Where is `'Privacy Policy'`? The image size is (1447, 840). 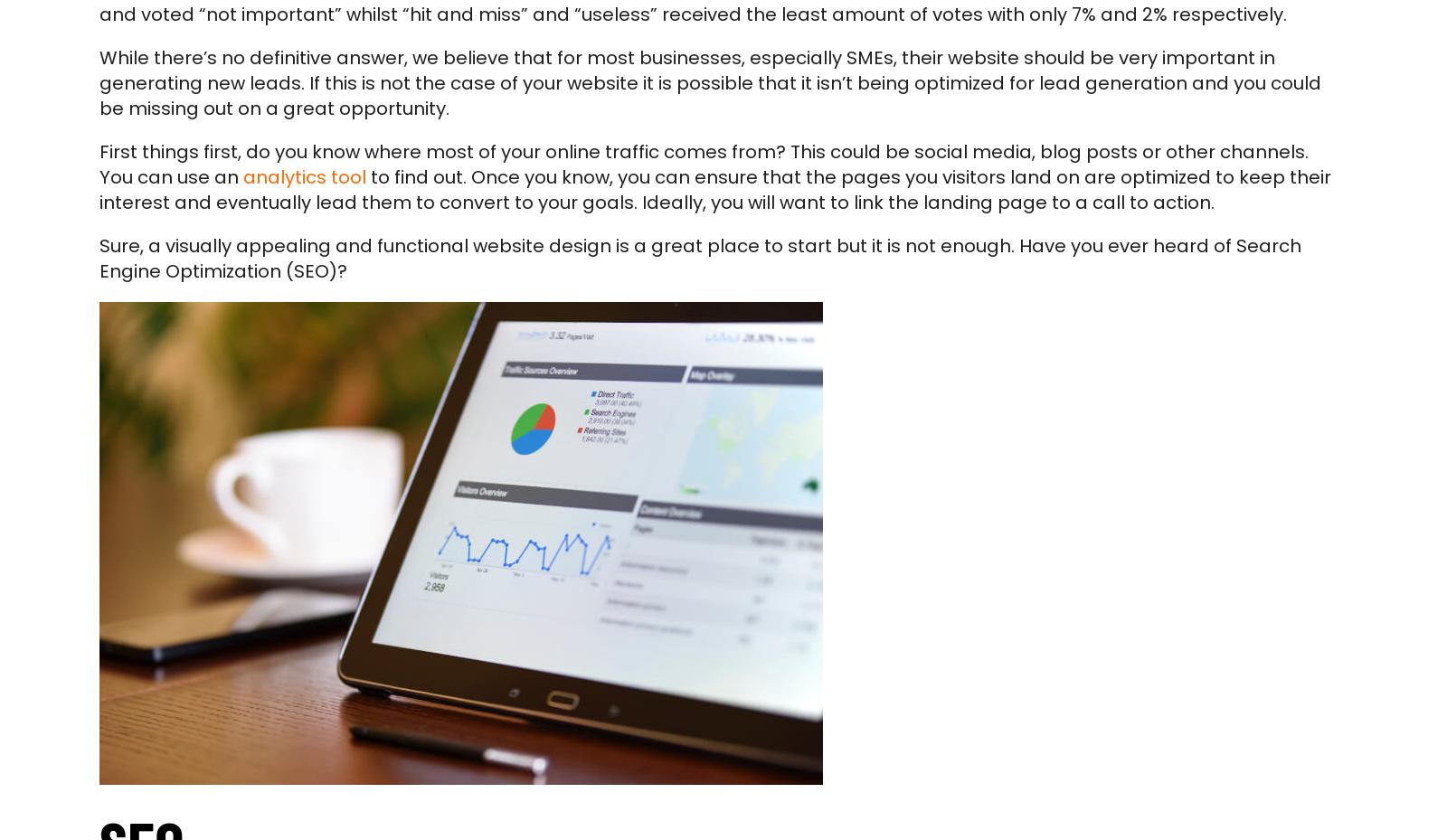 'Privacy Policy' is located at coordinates (158, 655).